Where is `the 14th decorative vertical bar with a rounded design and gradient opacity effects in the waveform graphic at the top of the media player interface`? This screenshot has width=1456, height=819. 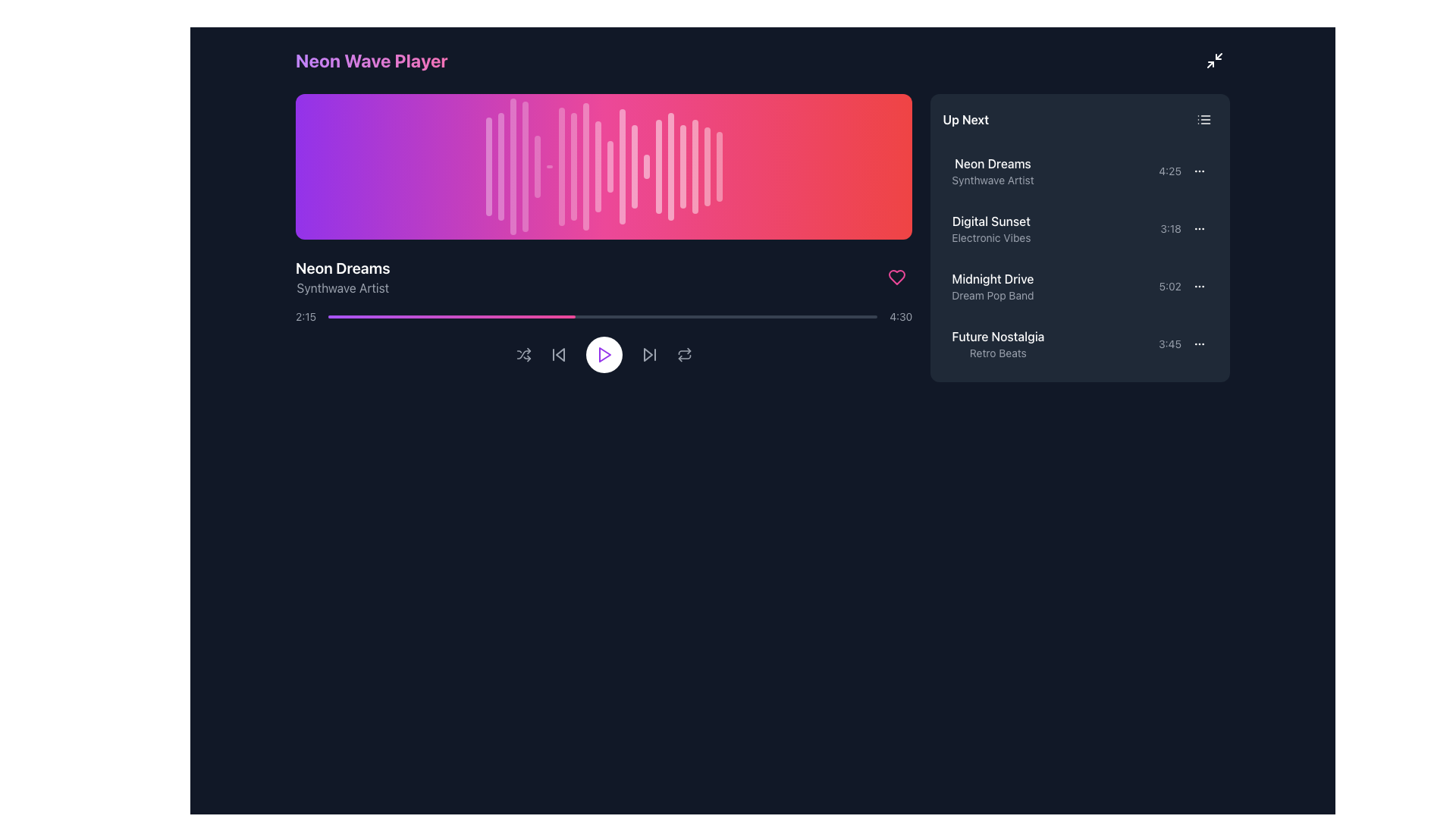 the 14th decorative vertical bar with a rounded design and gradient opacity effects in the waveform graphic at the top of the media player interface is located at coordinates (646, 166).